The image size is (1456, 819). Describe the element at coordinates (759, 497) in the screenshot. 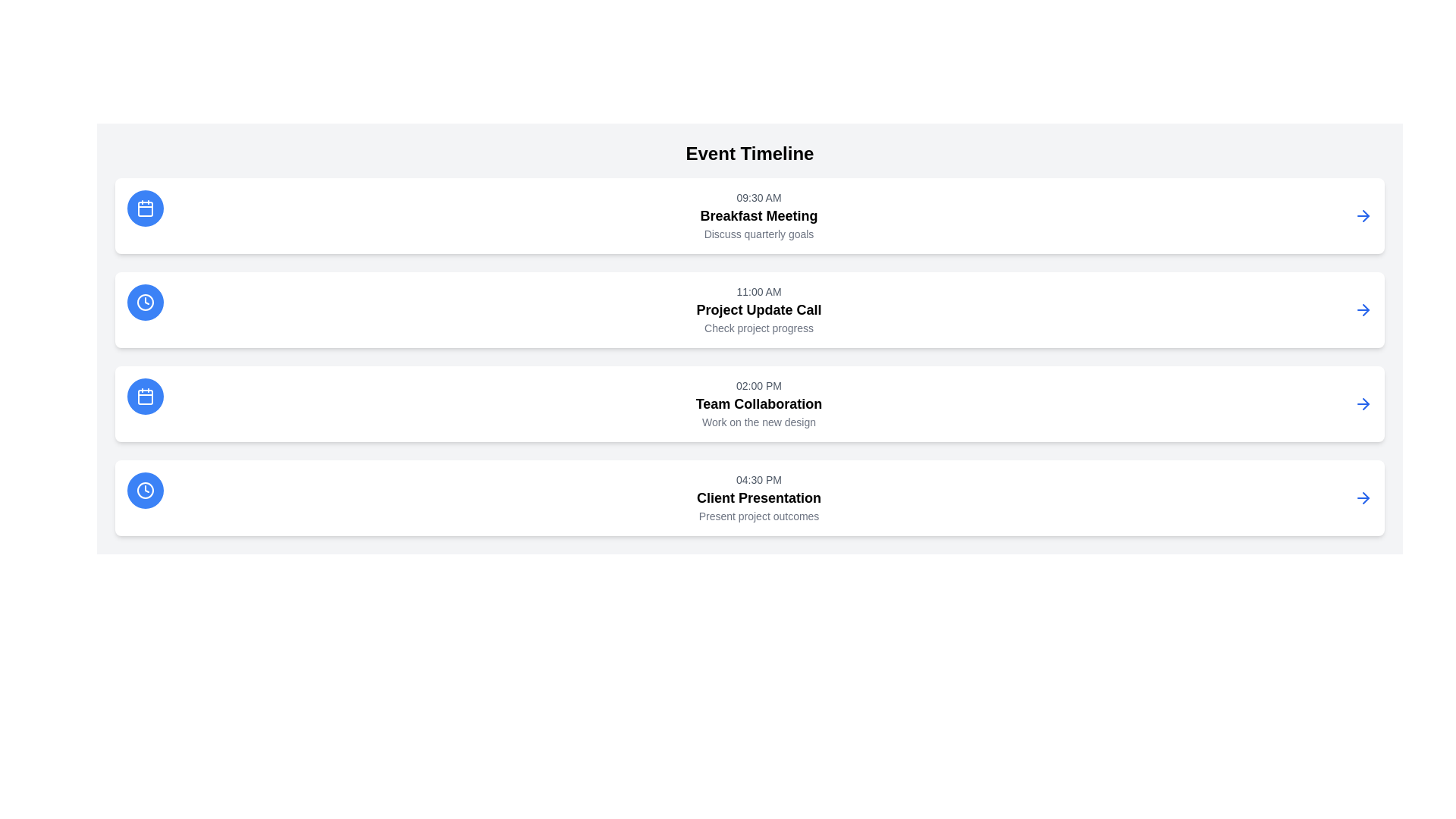

I see `the text label displaying 'Client Presentation', which is bold, black, and larger than surrounding text, positioned below '04:30 PM' and above 'Present project outcomes'` at that location.